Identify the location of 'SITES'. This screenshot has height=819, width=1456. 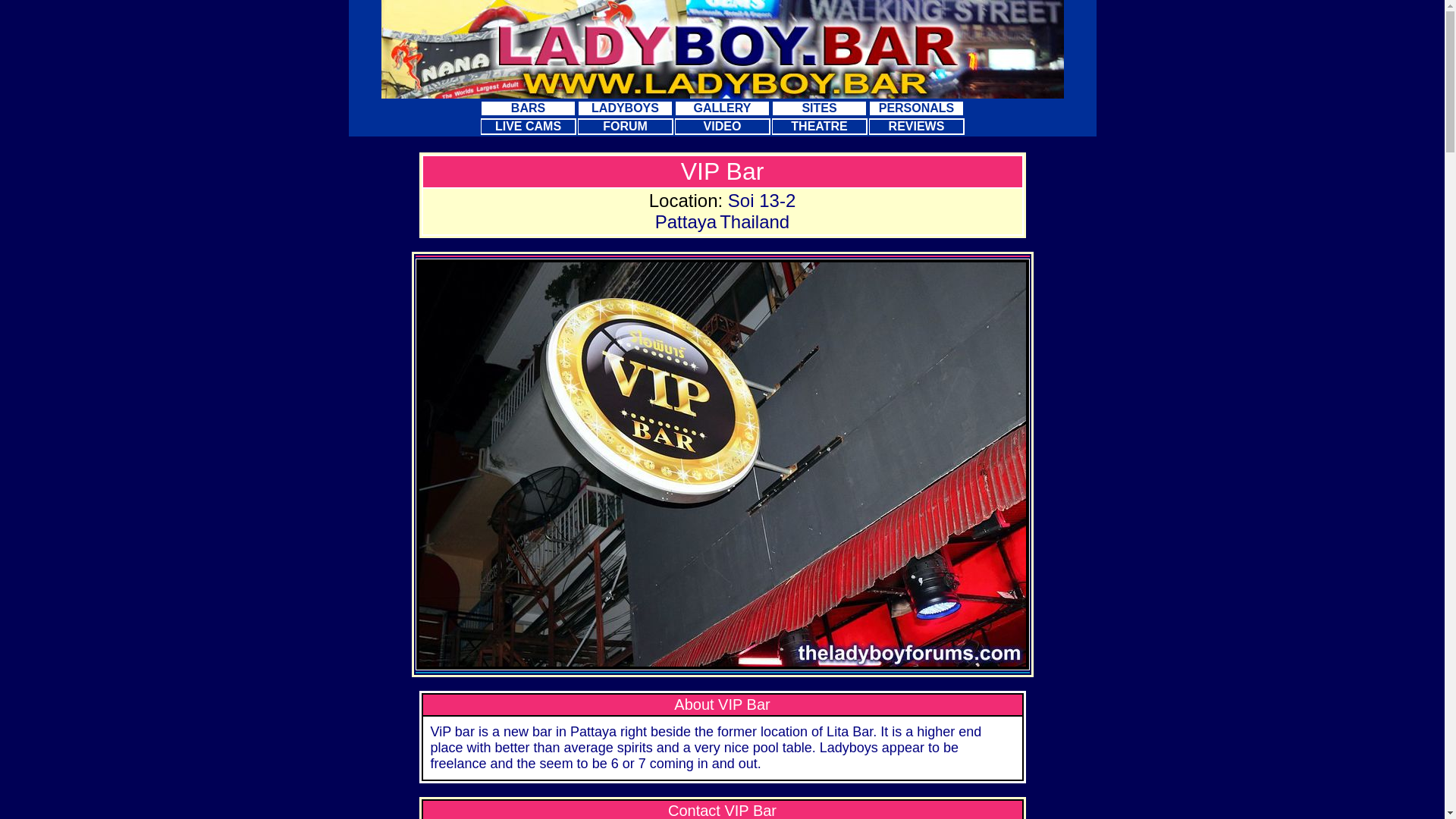
(771, 107).